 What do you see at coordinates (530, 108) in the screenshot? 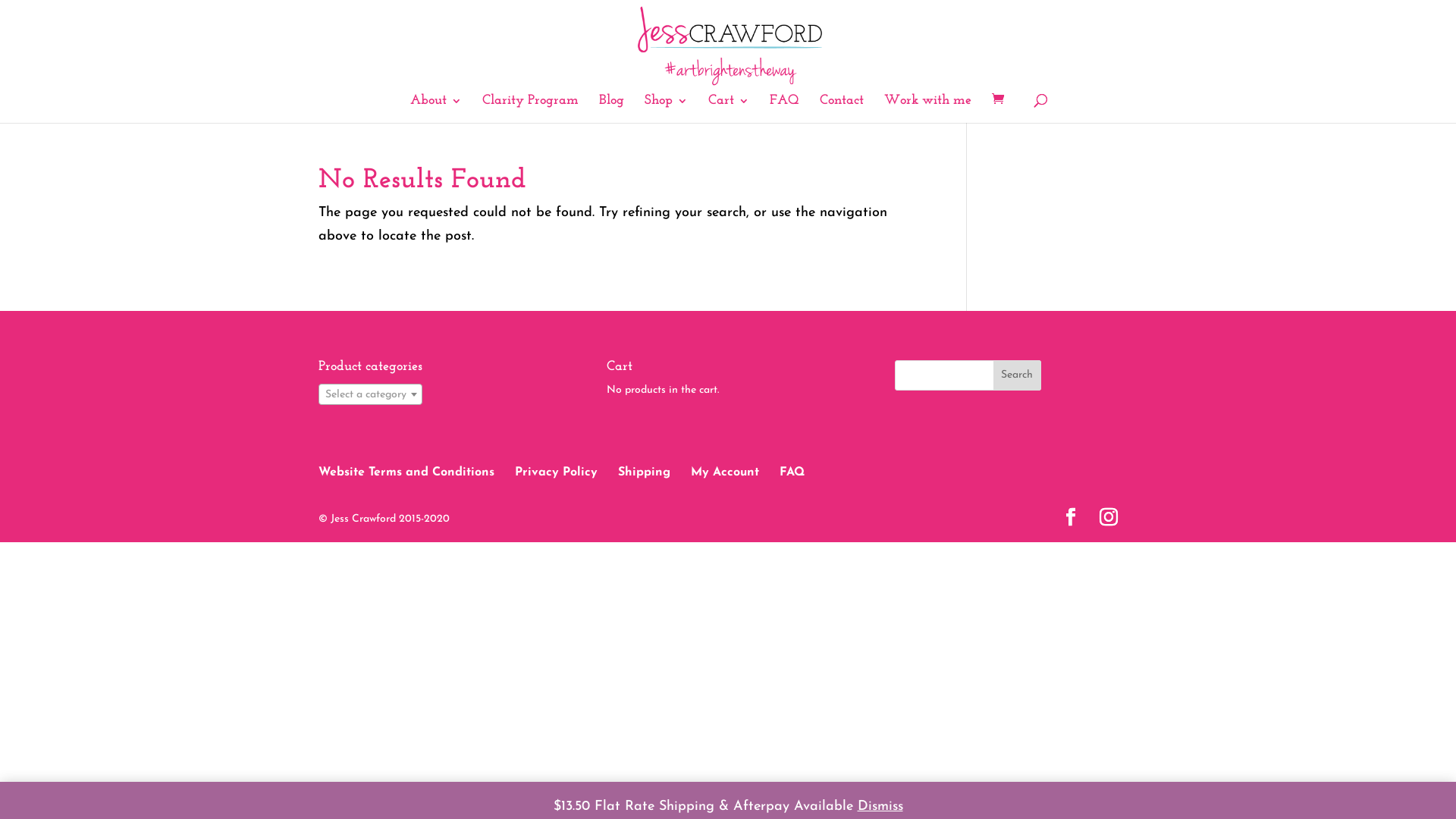
I see `'Clarity Program'` at bounding box center [530, 108].